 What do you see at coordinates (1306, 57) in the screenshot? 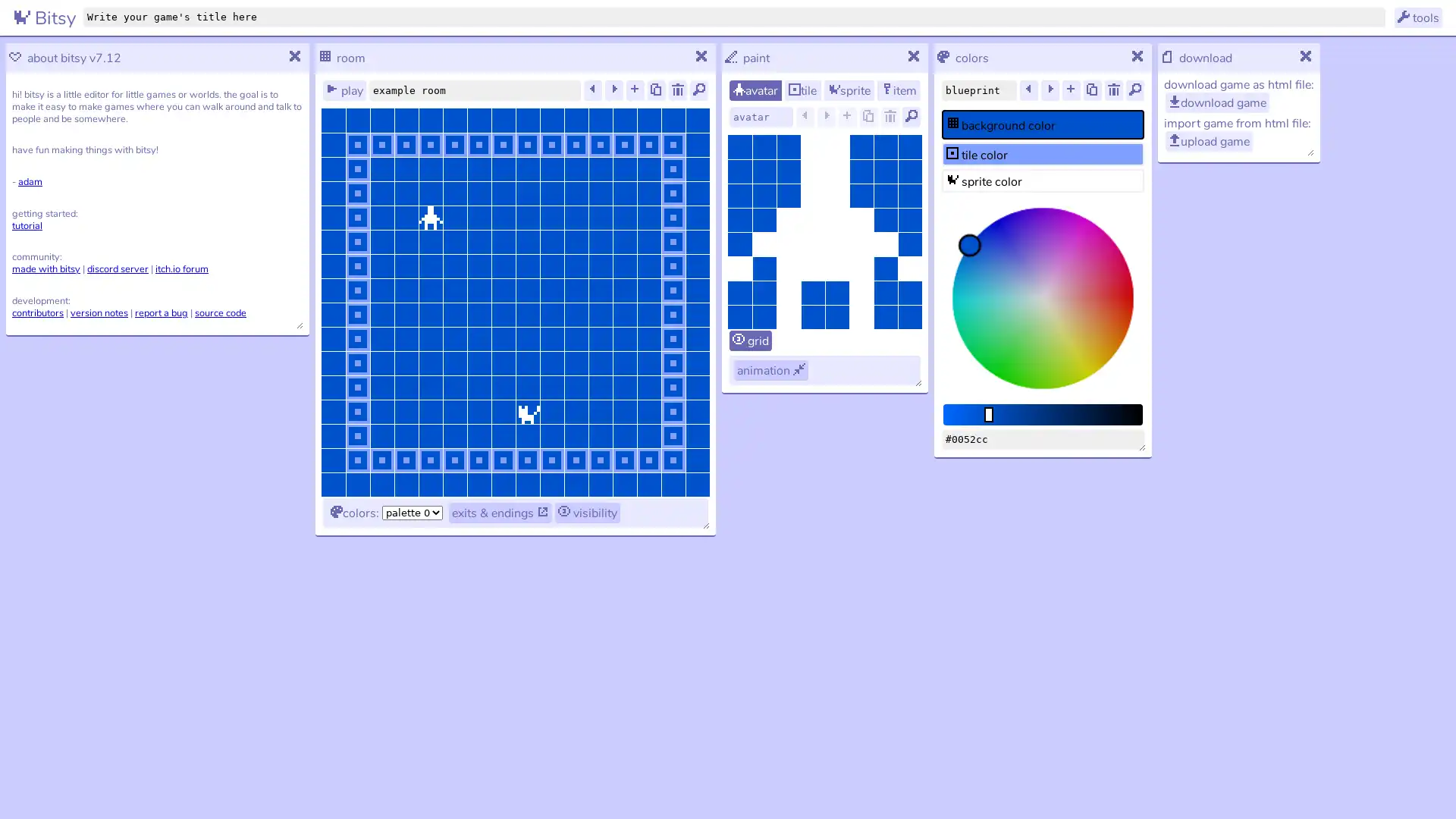
I see `minimize download window` at bounding box center [1306, 57].